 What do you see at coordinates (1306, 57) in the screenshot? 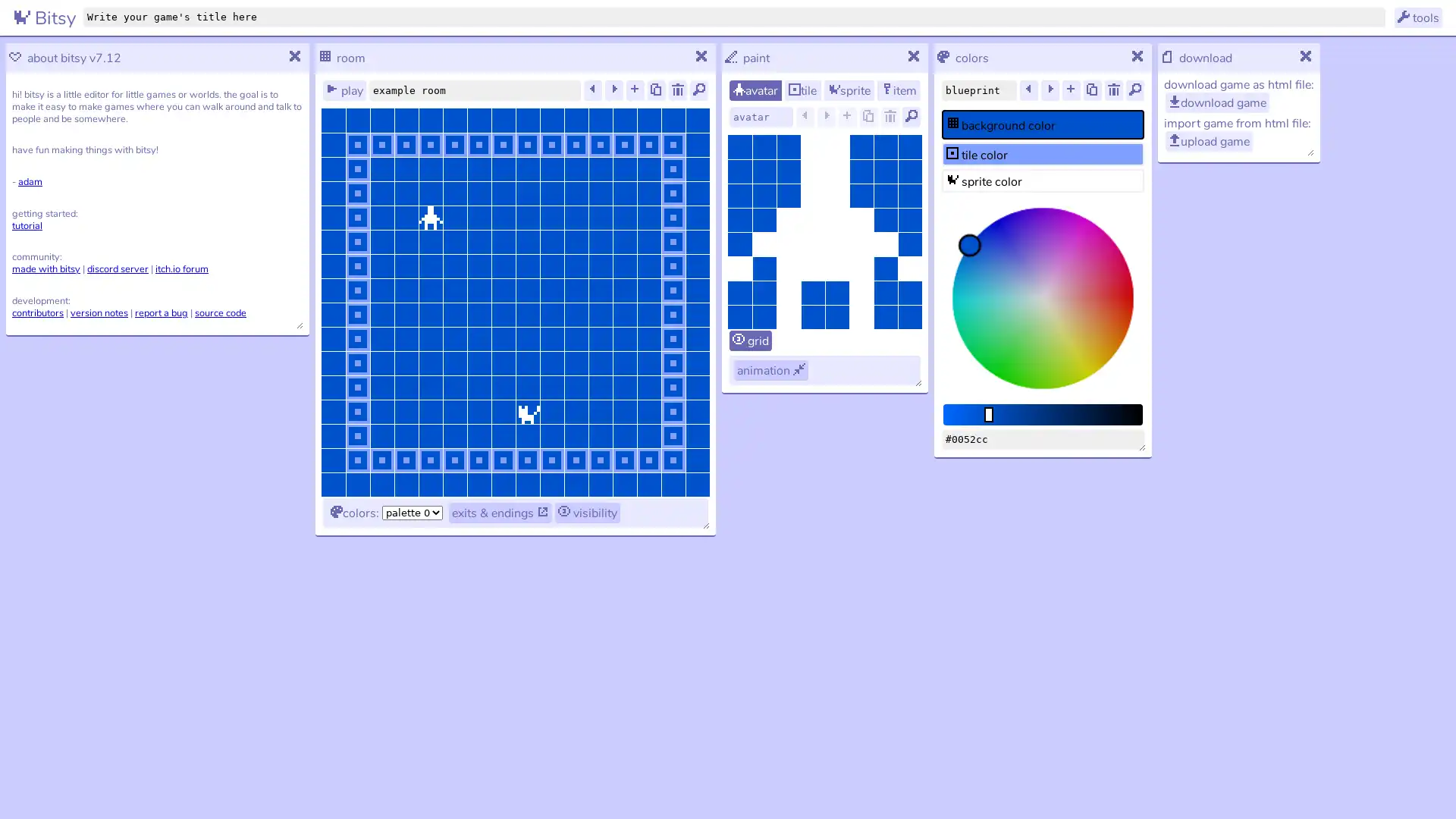
I see `minimize download window` at bounding box center [1306, 57].